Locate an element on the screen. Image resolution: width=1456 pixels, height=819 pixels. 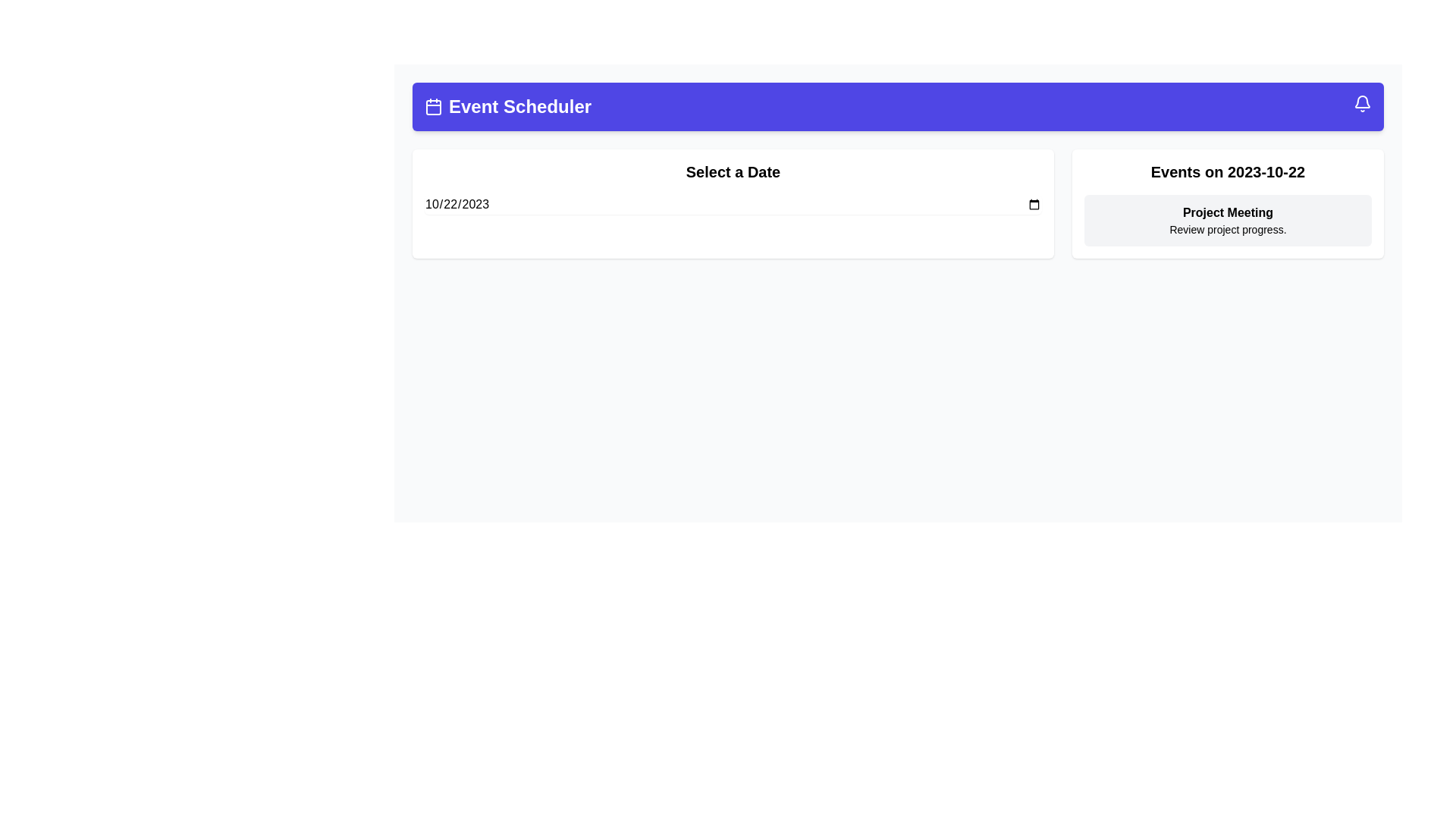
the rectangular SVG component representing the active date within the calendar icon, located to the left of the 'Event Scheduler' header text is located at coordinates (432, 107).